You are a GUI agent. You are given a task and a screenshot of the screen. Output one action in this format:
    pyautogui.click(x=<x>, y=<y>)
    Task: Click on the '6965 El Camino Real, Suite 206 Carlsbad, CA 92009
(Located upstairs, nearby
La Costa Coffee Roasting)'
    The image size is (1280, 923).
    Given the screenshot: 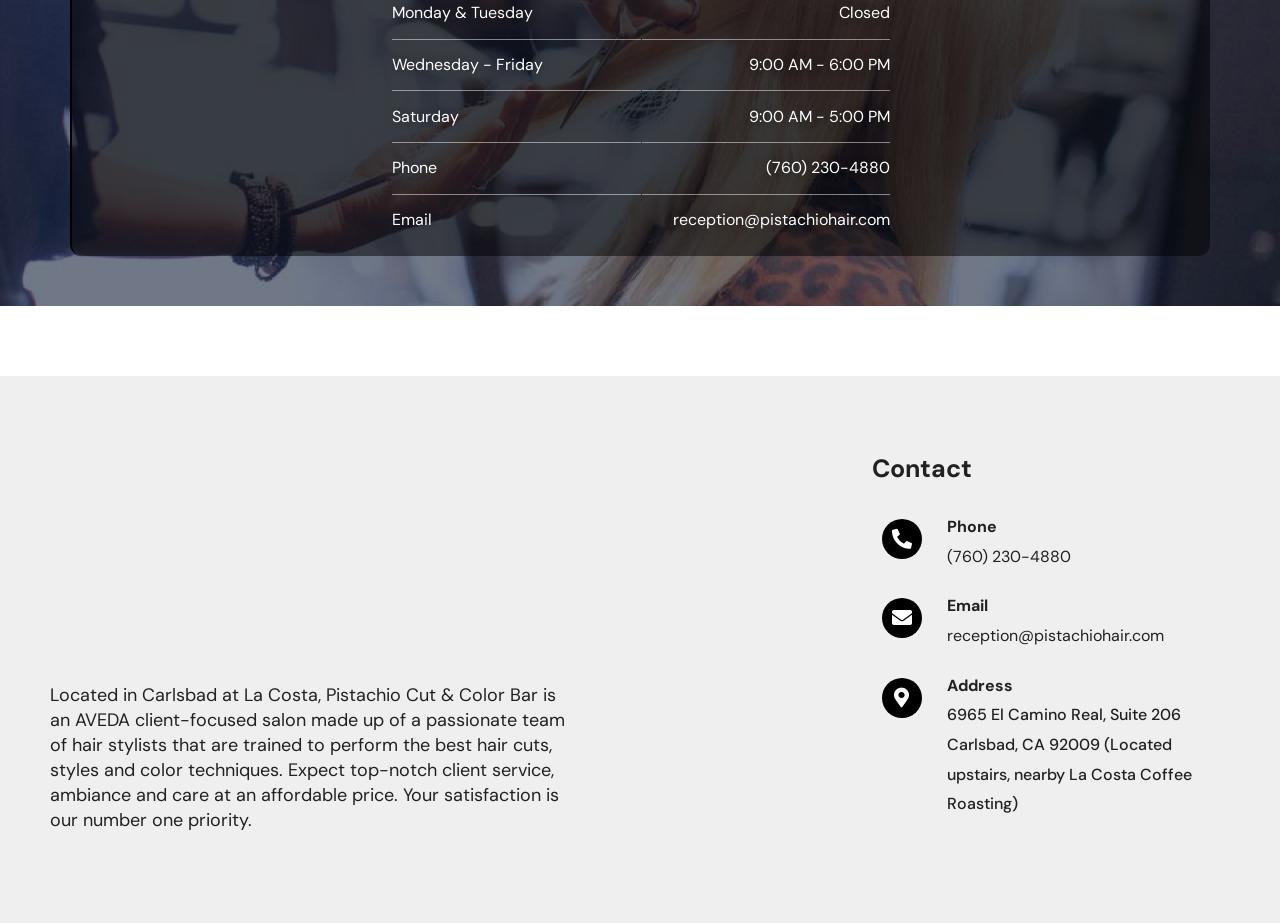 What is the action you would take?
    pyautogui.click(x=1067, y=757)
    